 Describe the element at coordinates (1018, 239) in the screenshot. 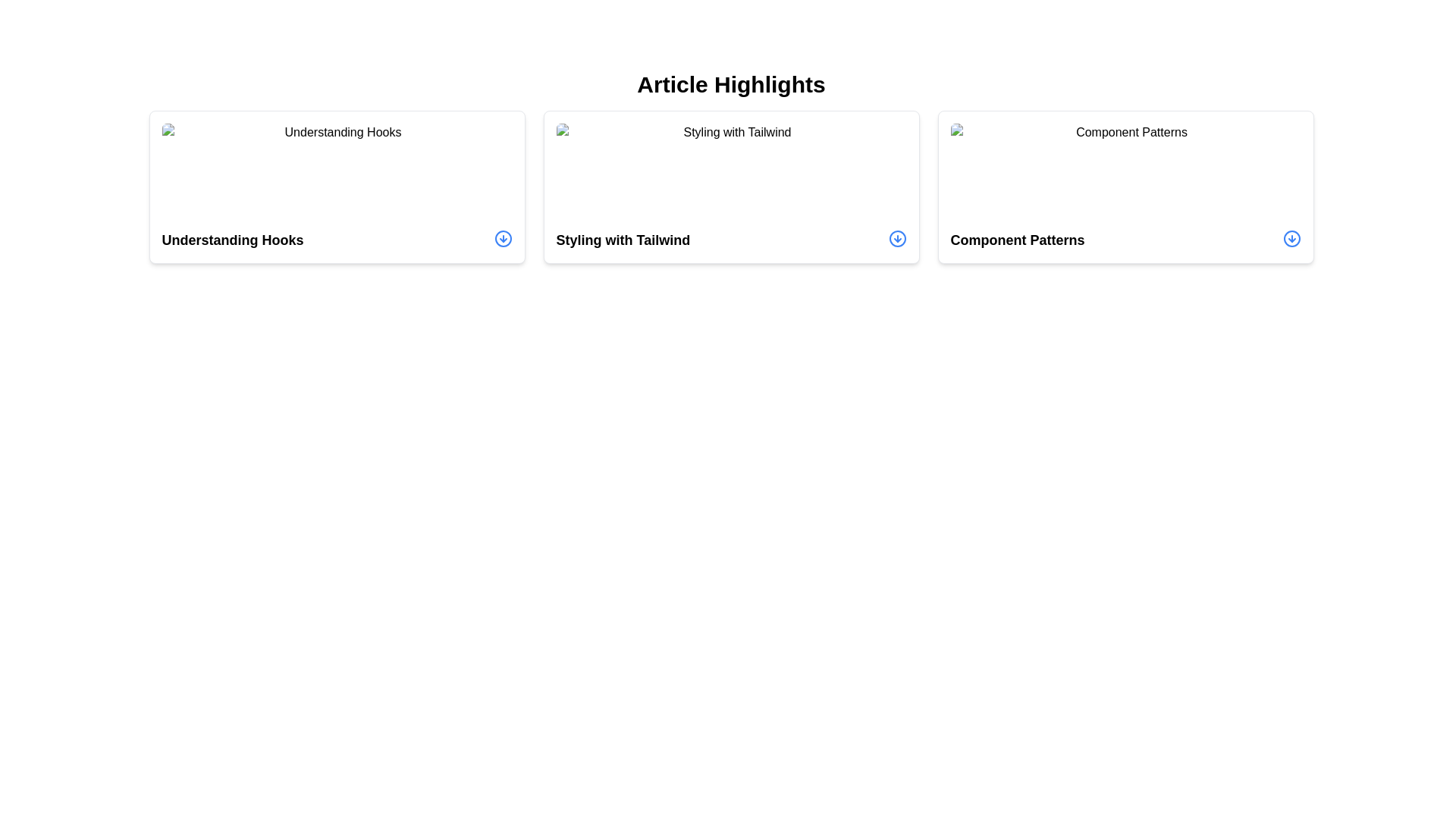

I see `the title text label located at the bottom of the rightmost card in the 'Article Highlights' section, positioned just above a blue circular arrow icon` at that location.